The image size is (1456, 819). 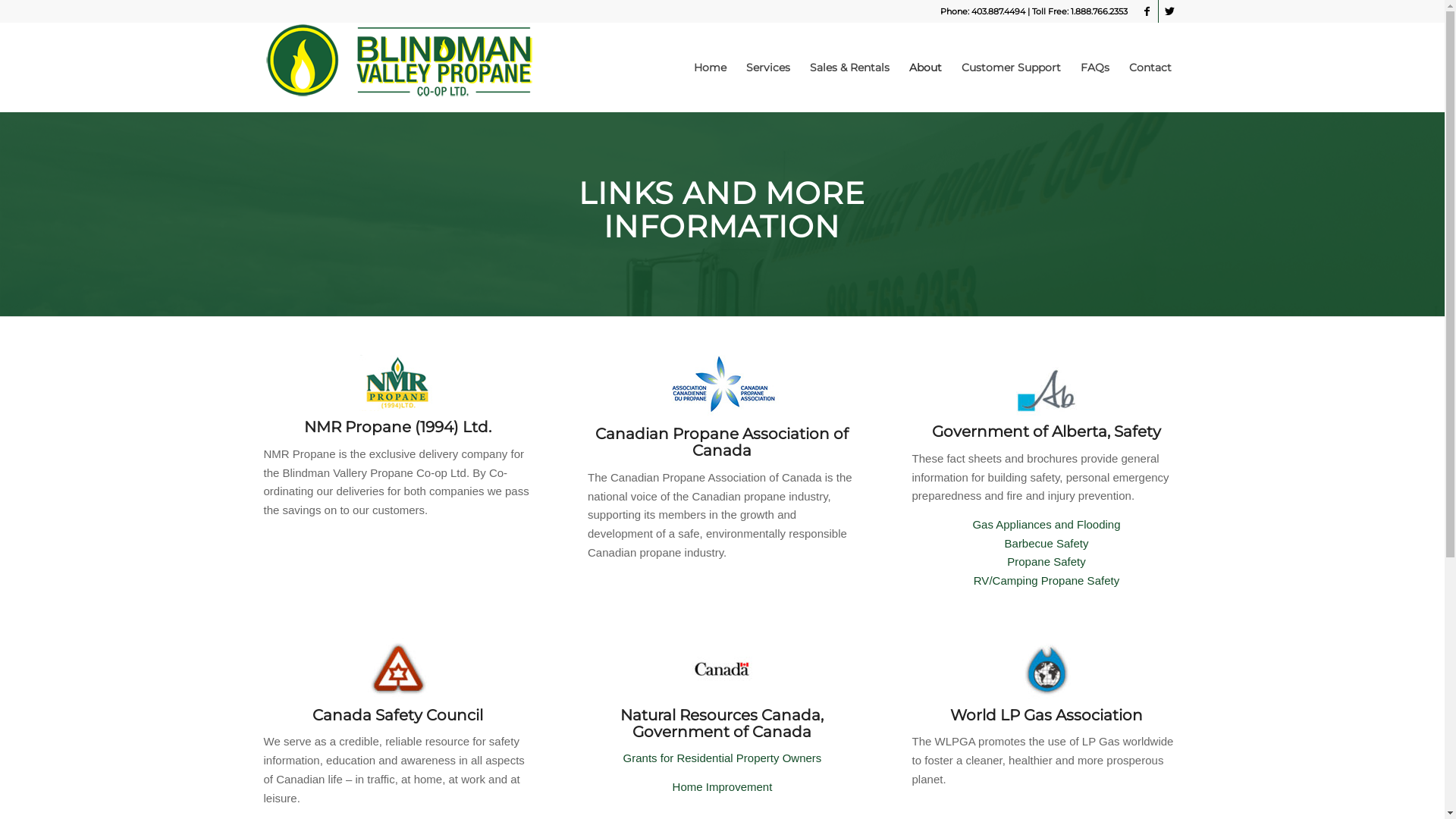 I want to click on 'Alberta Government', so click(x=1046, y=384).